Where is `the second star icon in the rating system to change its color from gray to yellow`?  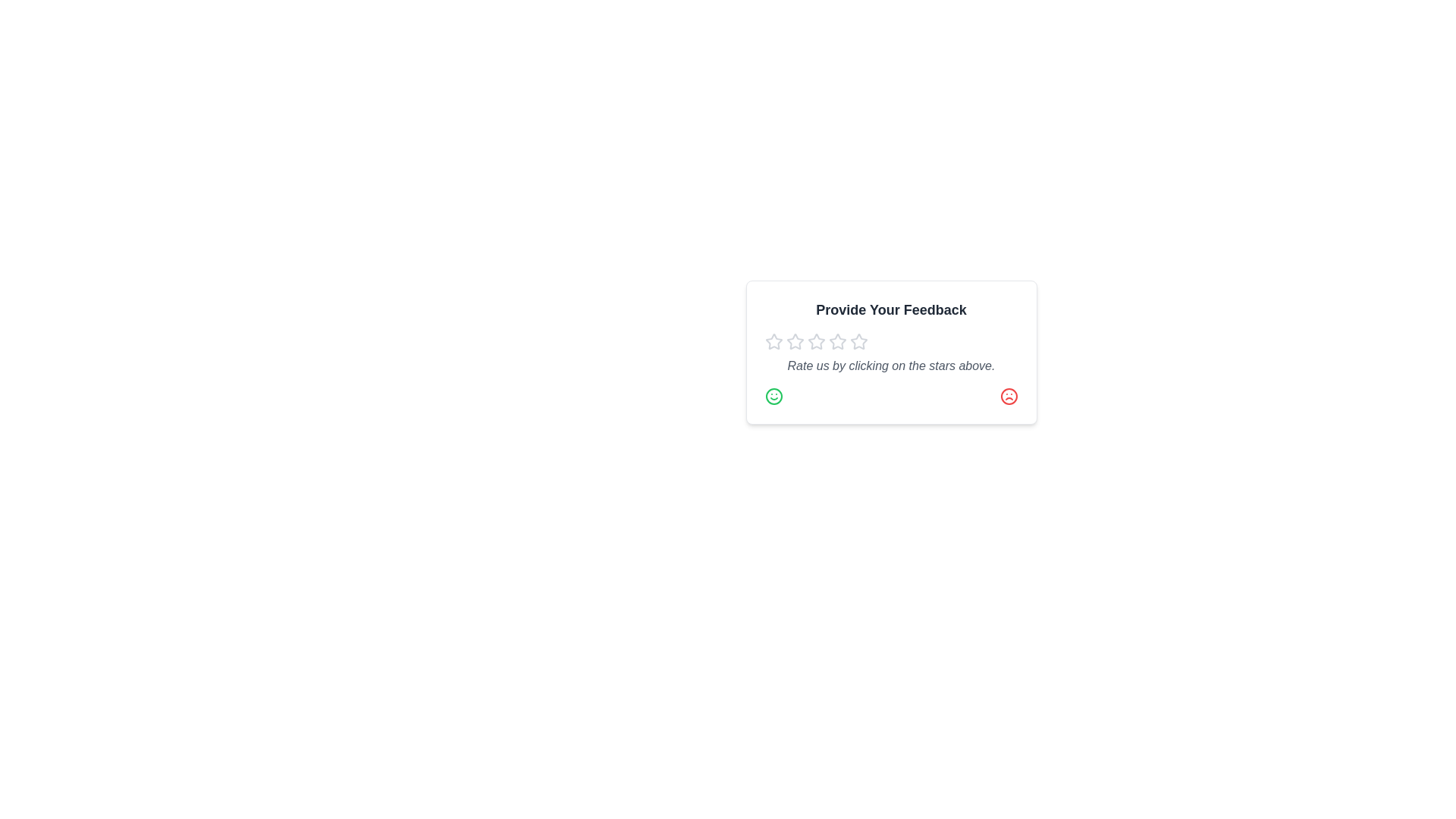 the second star icon in the rating system to change its color from gray to yellow is located at coordinates (794, 342).